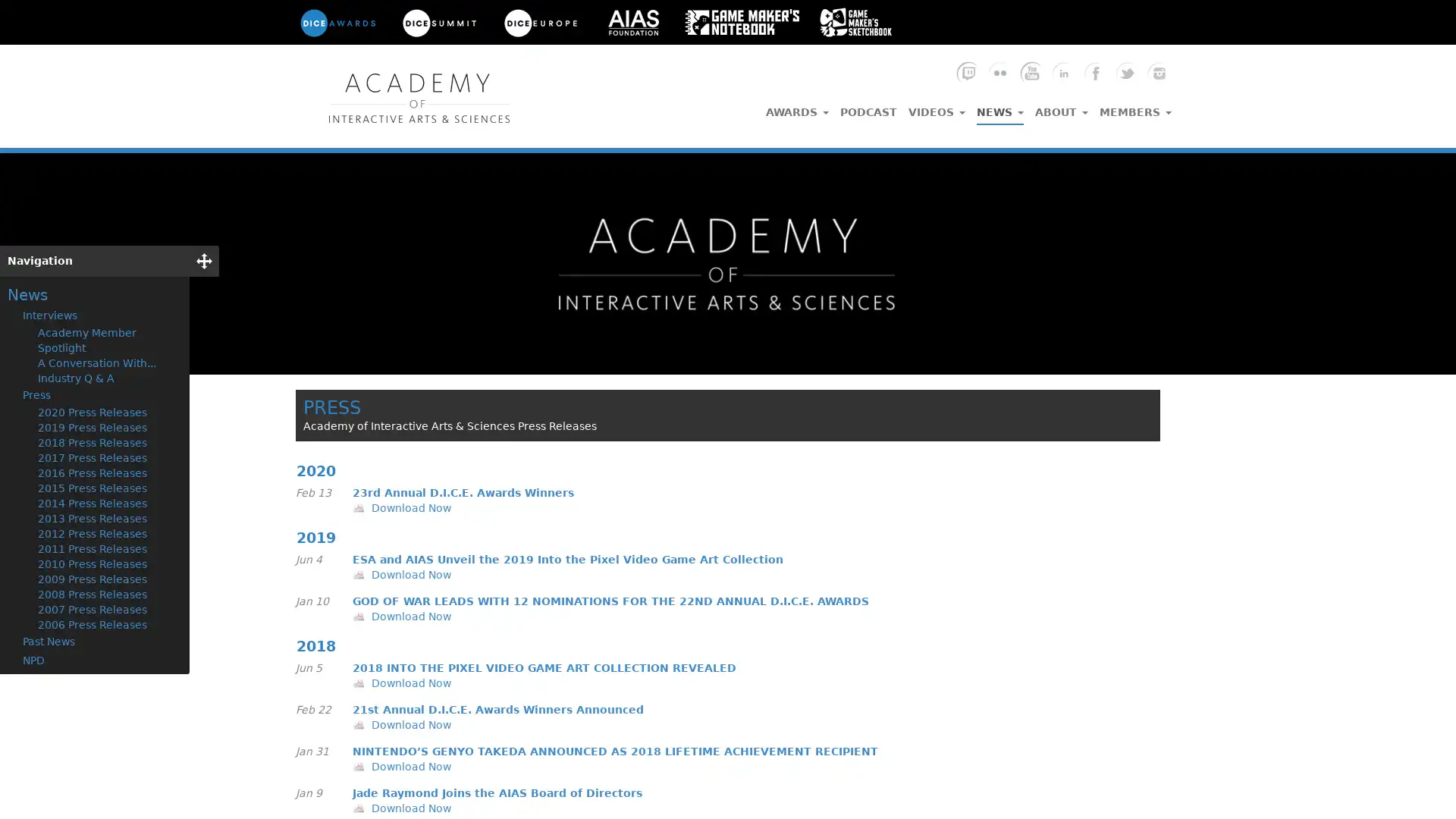  I want to click on VIDEOS, so click(936, 107).